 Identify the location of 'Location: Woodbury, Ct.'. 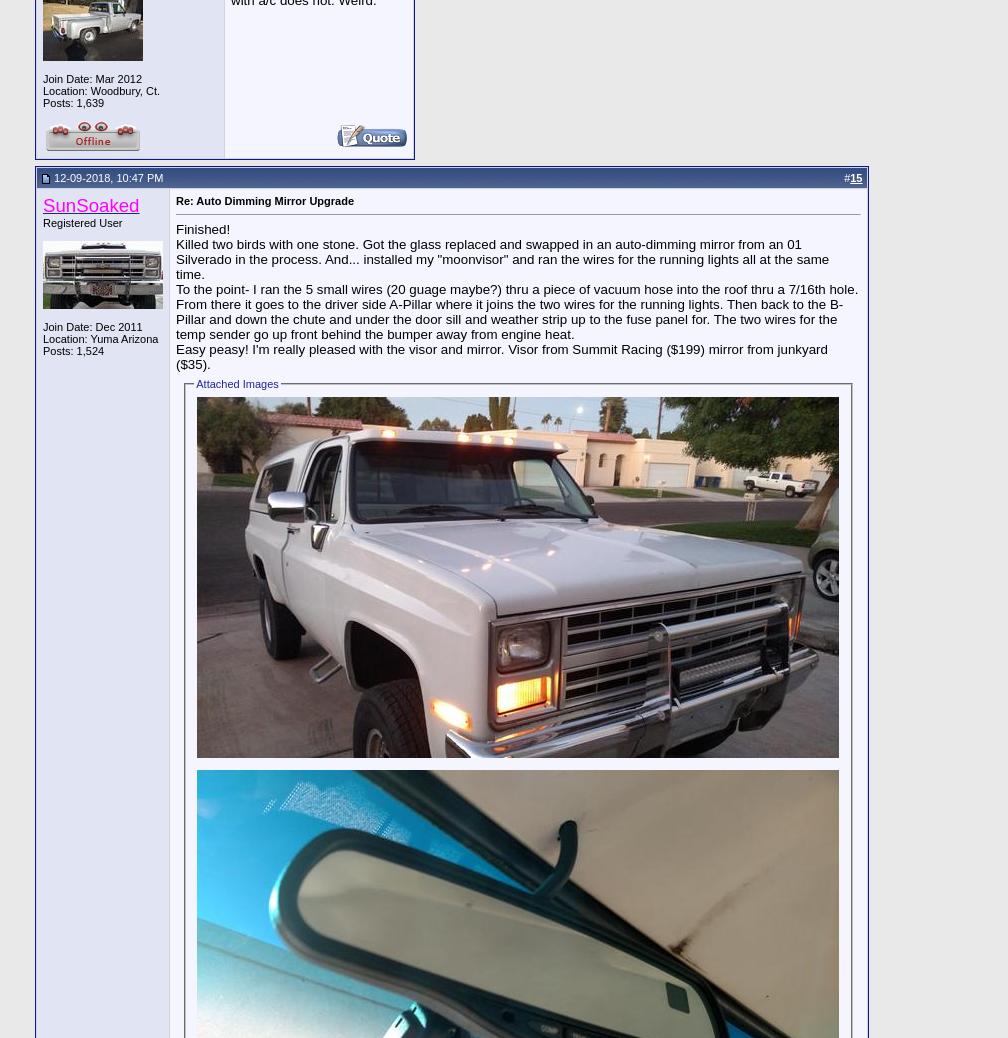
(101, 88).